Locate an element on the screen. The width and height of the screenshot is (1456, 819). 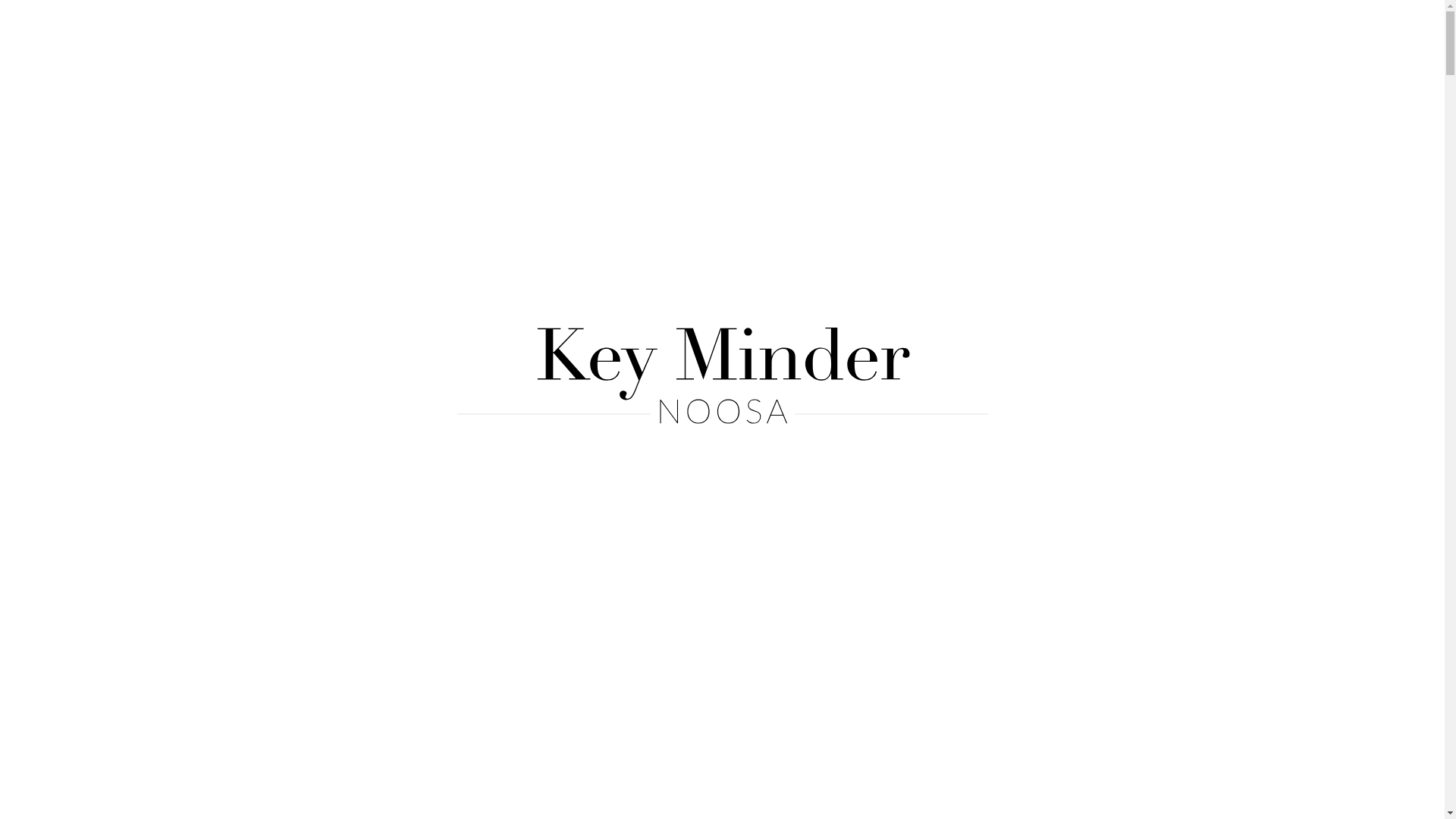
'Read More' is located at coordinates (680, 362).